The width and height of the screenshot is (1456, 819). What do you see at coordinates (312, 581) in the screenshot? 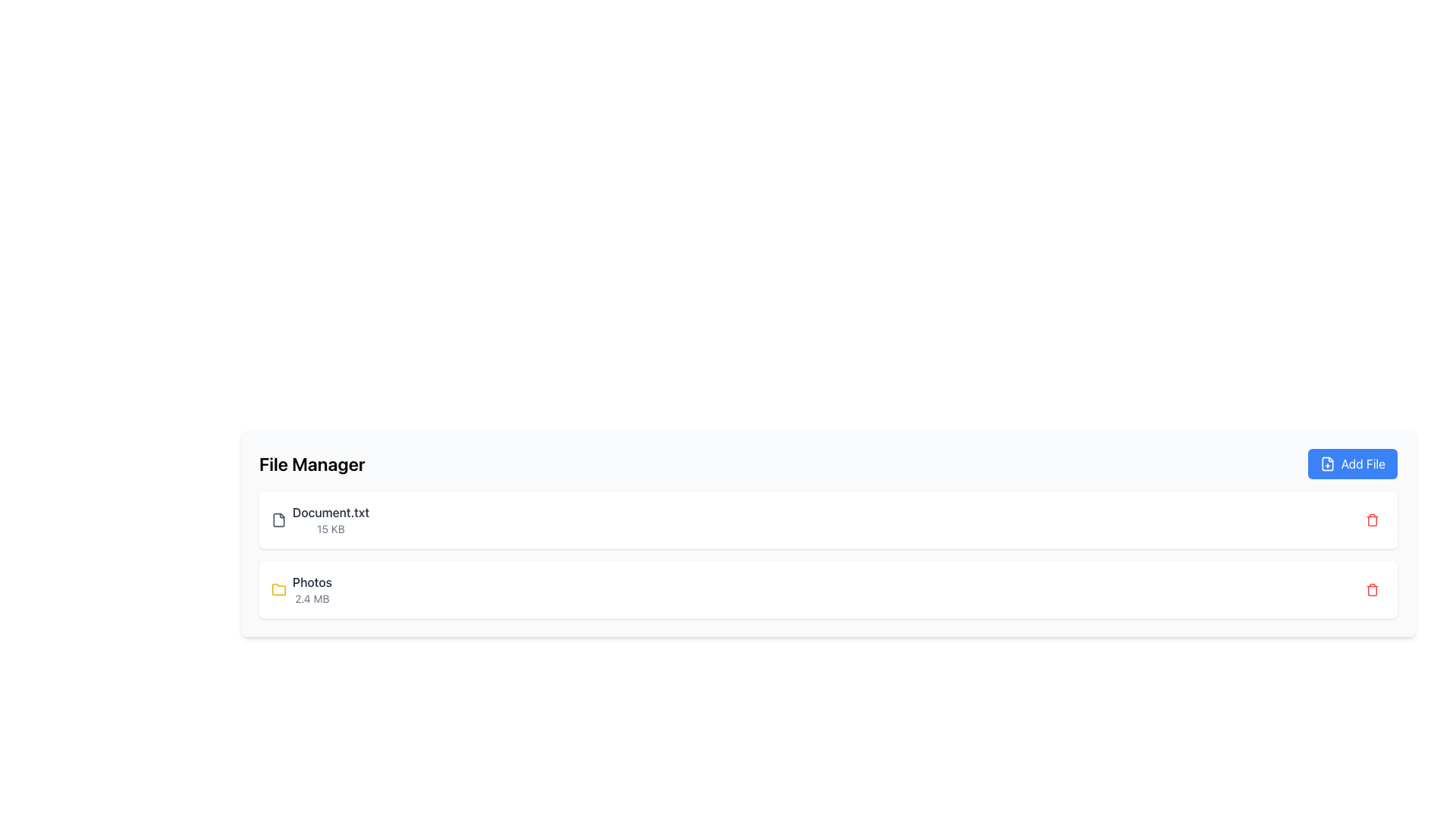
I see `the folder icon associated with the 'Photos' text label` at bounding box center [312, 581].